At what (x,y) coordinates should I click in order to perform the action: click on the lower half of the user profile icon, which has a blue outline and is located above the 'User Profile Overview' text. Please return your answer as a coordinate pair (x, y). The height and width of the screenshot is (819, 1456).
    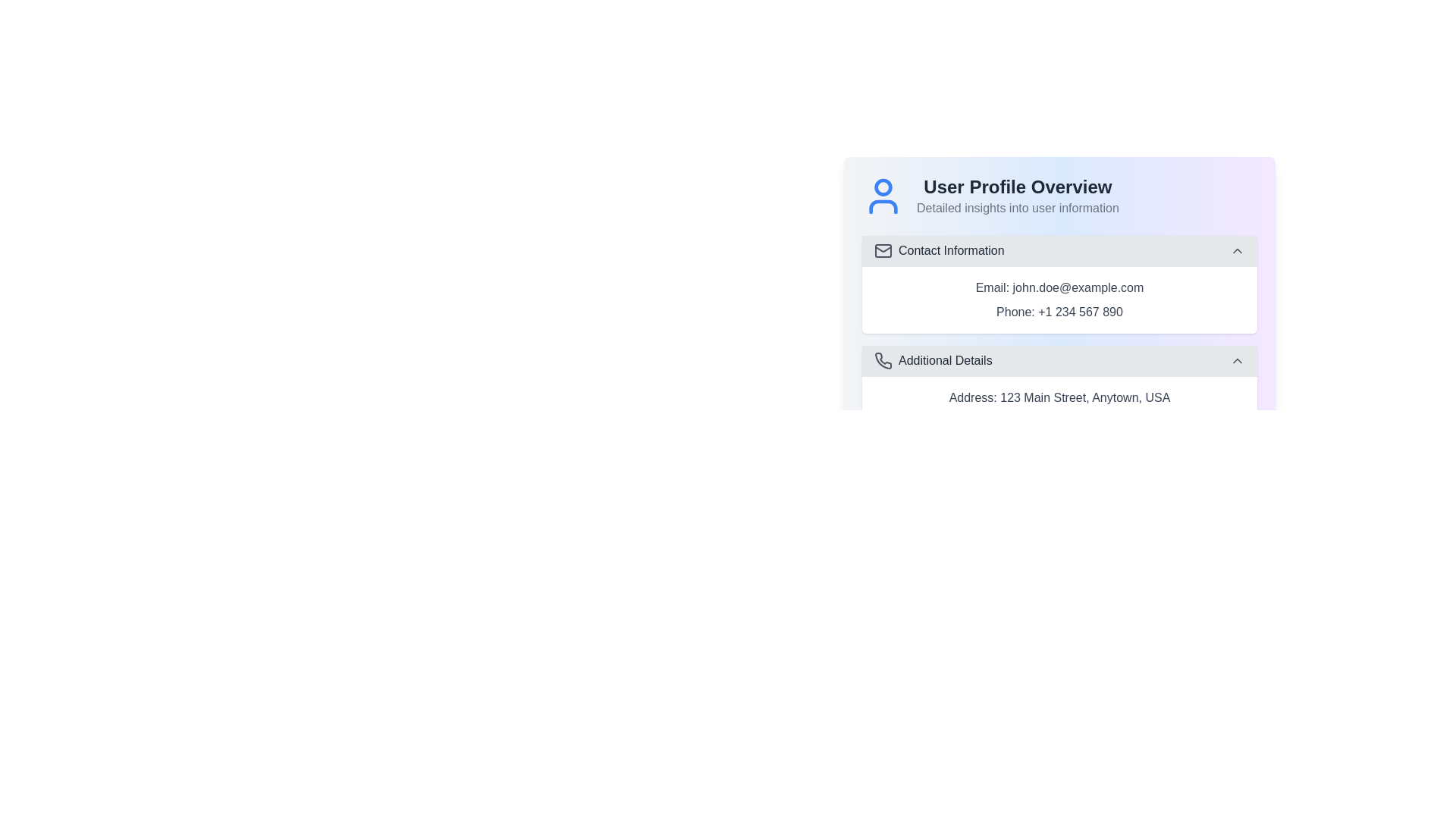
    Looking at the image, I should click on (883, 207).